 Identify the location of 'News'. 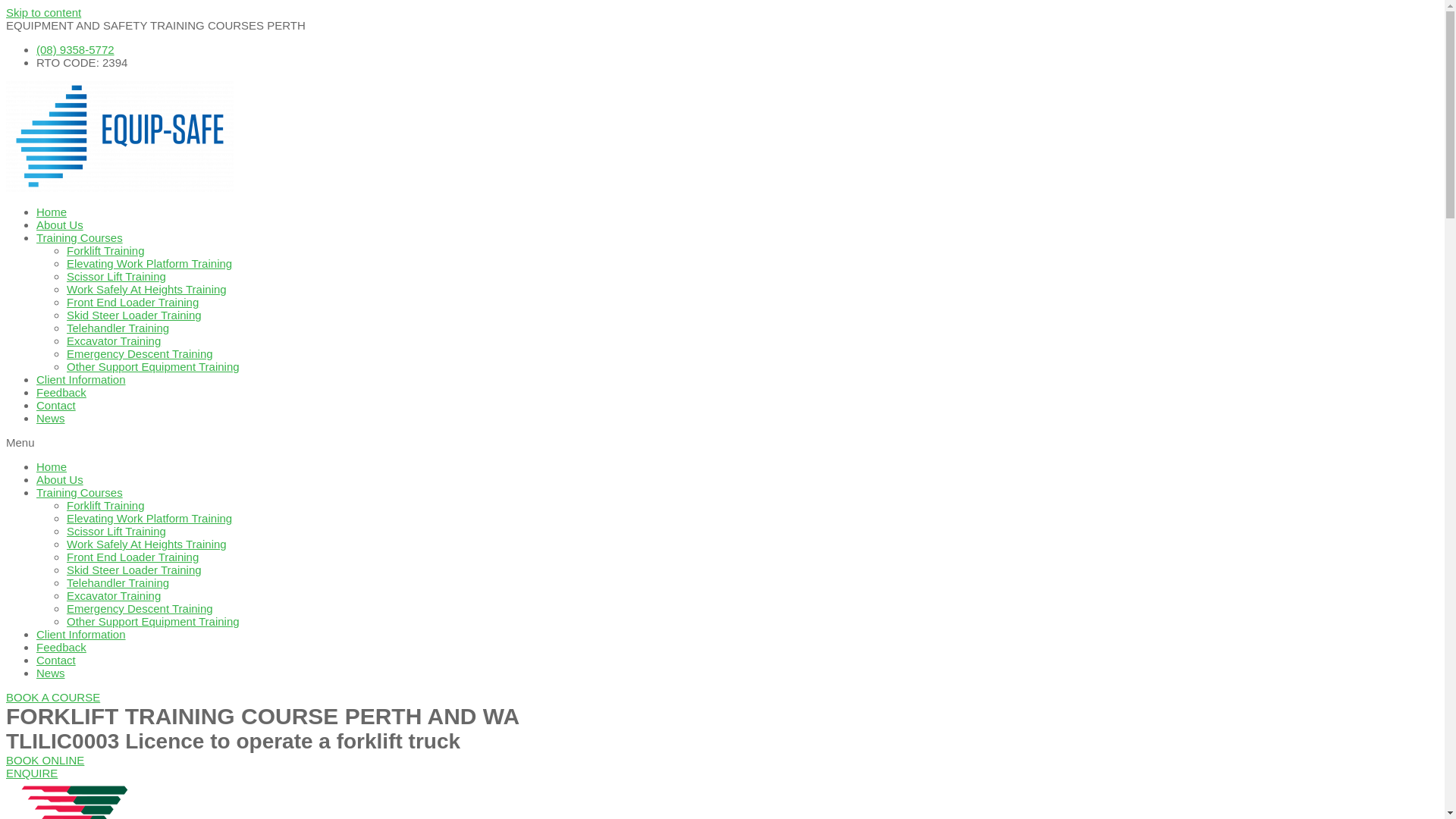
(36, 418).